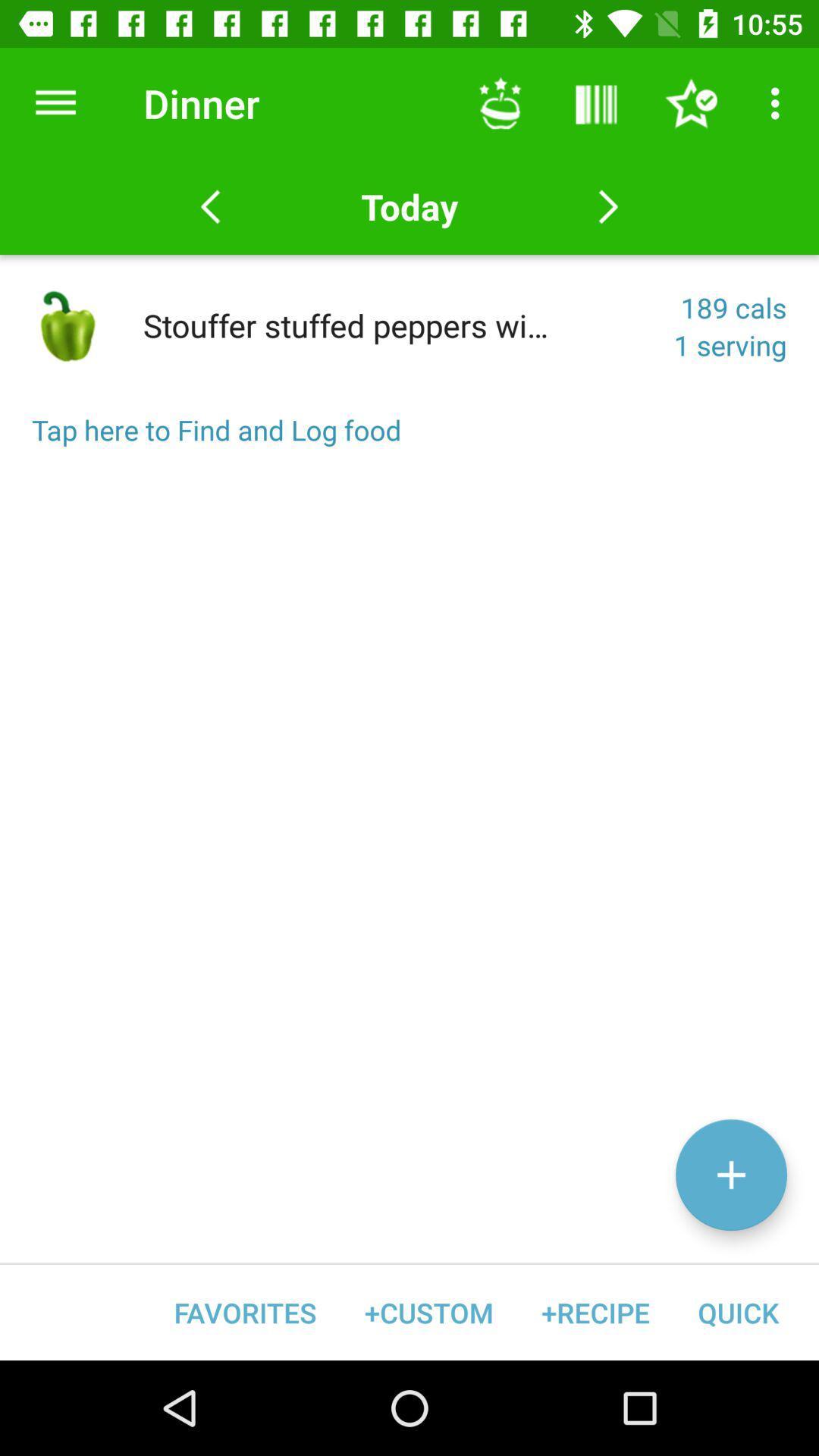  Describe the element at coordinates (737, 1312) in the screenshot. I see `icon to the right of the +recipe` at that location.